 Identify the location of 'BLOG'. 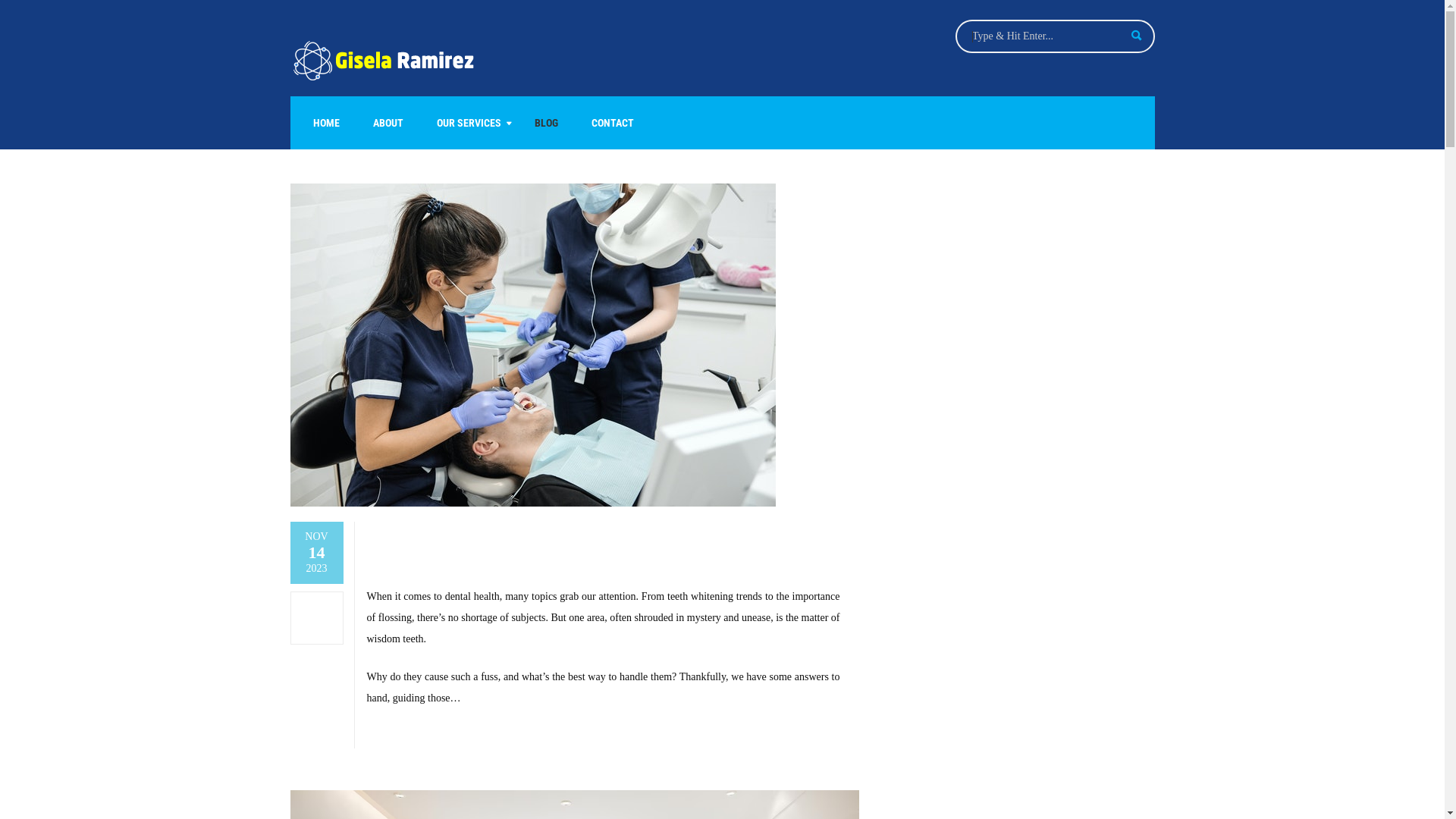
(545, 122).